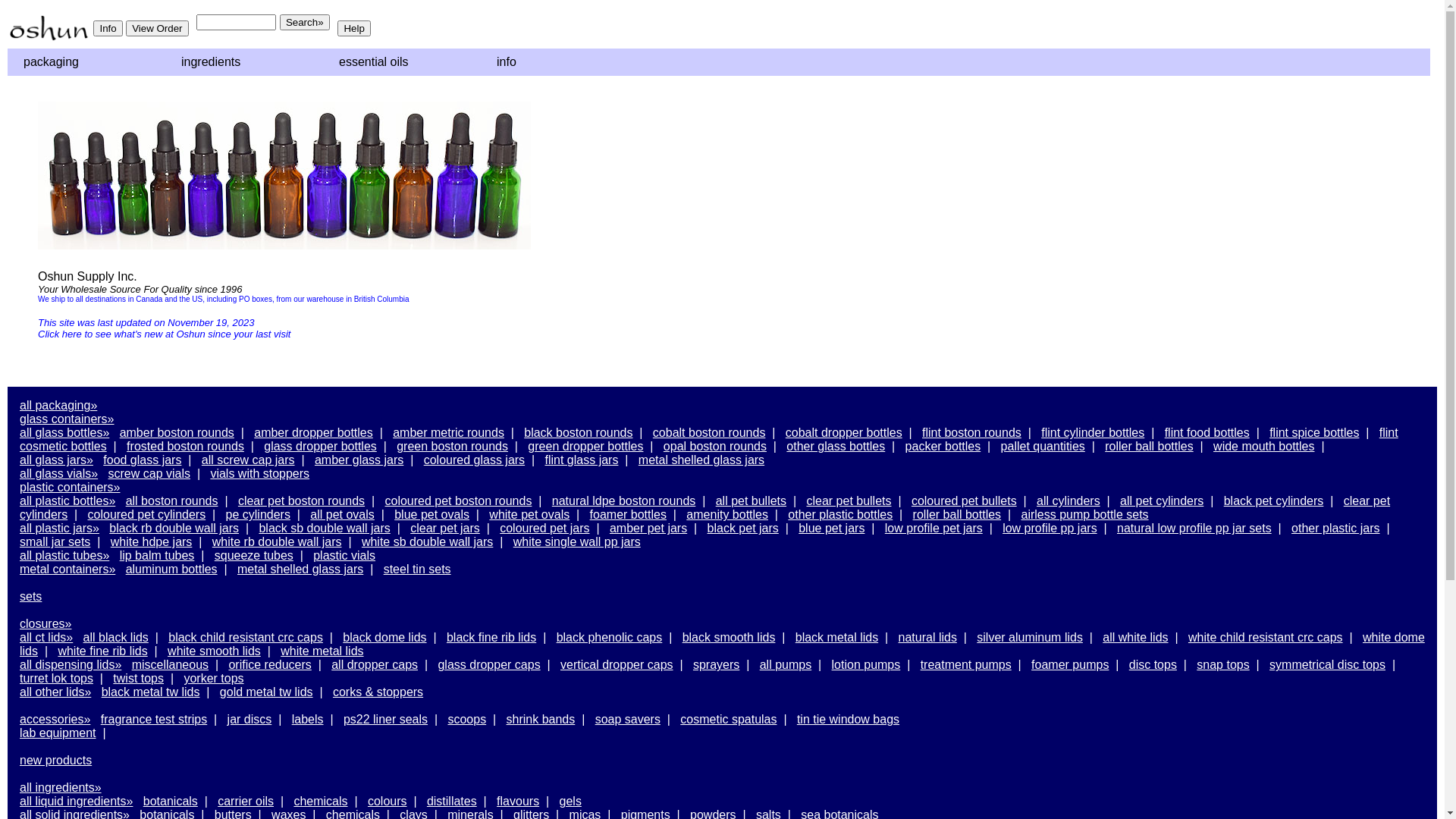 The width and height of the screenshot is (1456, 819). What do you see at coordinates (353, 28) in the screenshot?
I see `'Help'` at bounding box center [353, 28].